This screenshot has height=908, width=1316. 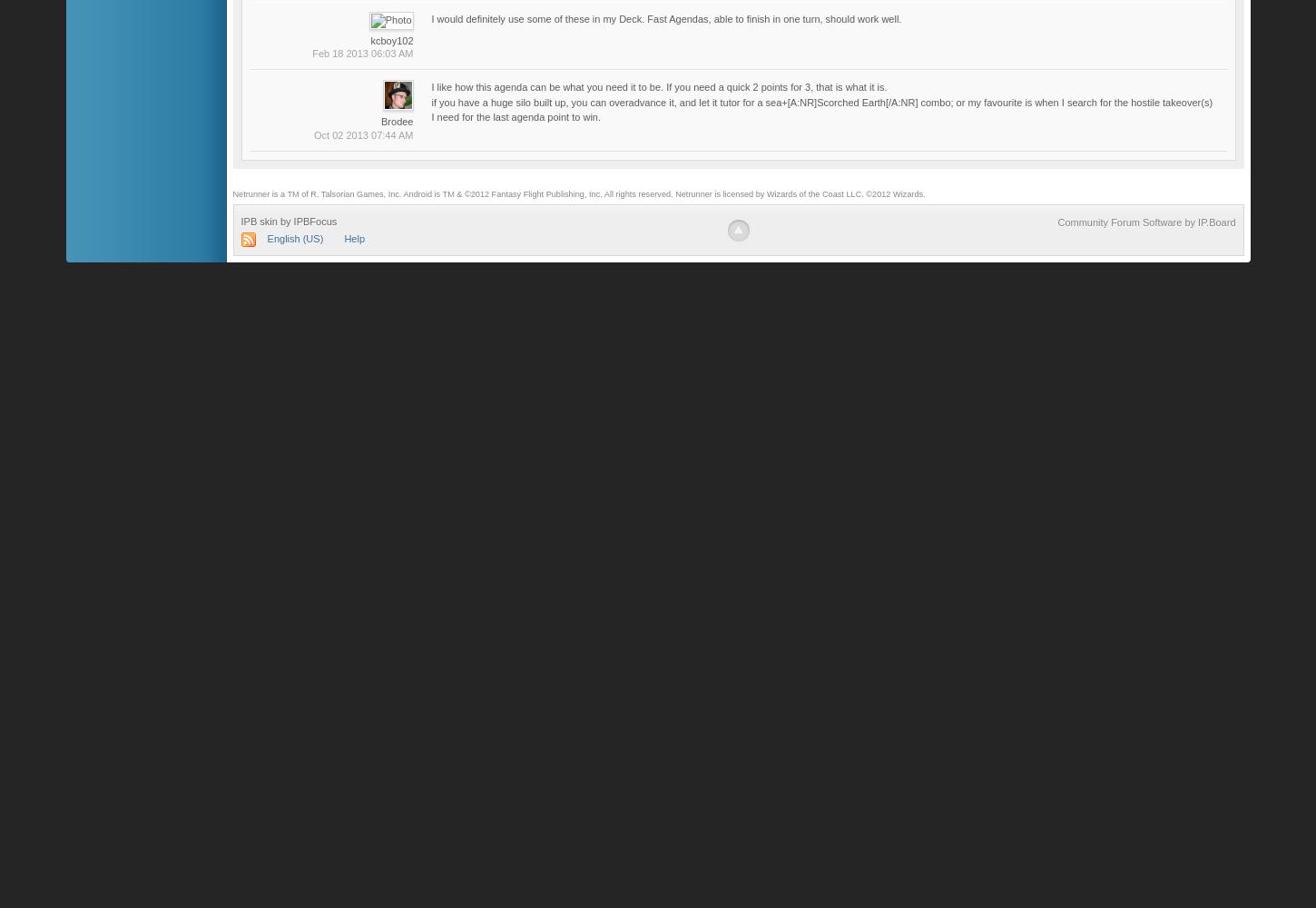 I want to click on 'English (US)', so click(x=267, y=239).